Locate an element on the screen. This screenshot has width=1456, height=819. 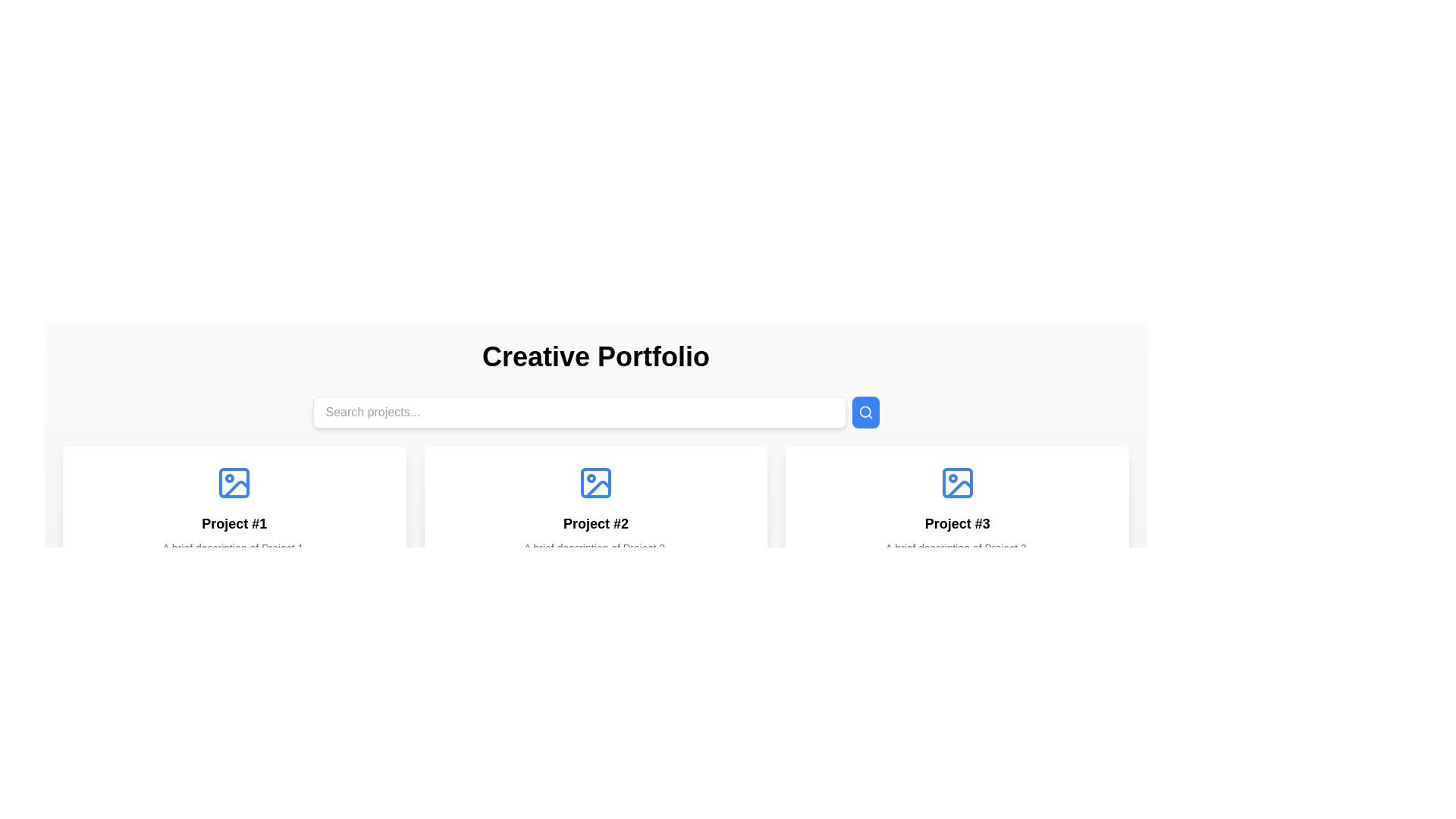
the small triangular line icon oriented towards the bottom-right within the photo icon representation is located at coordinates (236, 489).